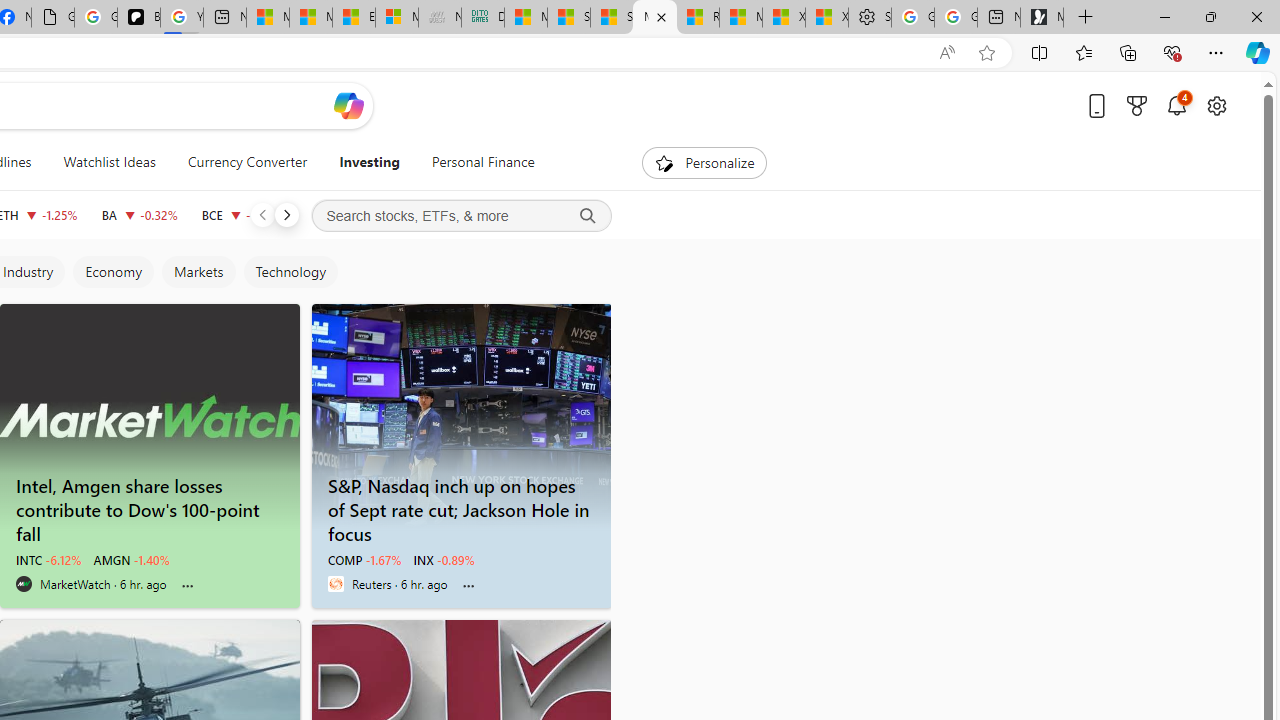  What do you see at coordinates (138, 214) in the screenshot?
I see `'BA THE BOEING COMPANY decrease 172.87 -0.56 -0.32%'` at bounding box center [138, 214].